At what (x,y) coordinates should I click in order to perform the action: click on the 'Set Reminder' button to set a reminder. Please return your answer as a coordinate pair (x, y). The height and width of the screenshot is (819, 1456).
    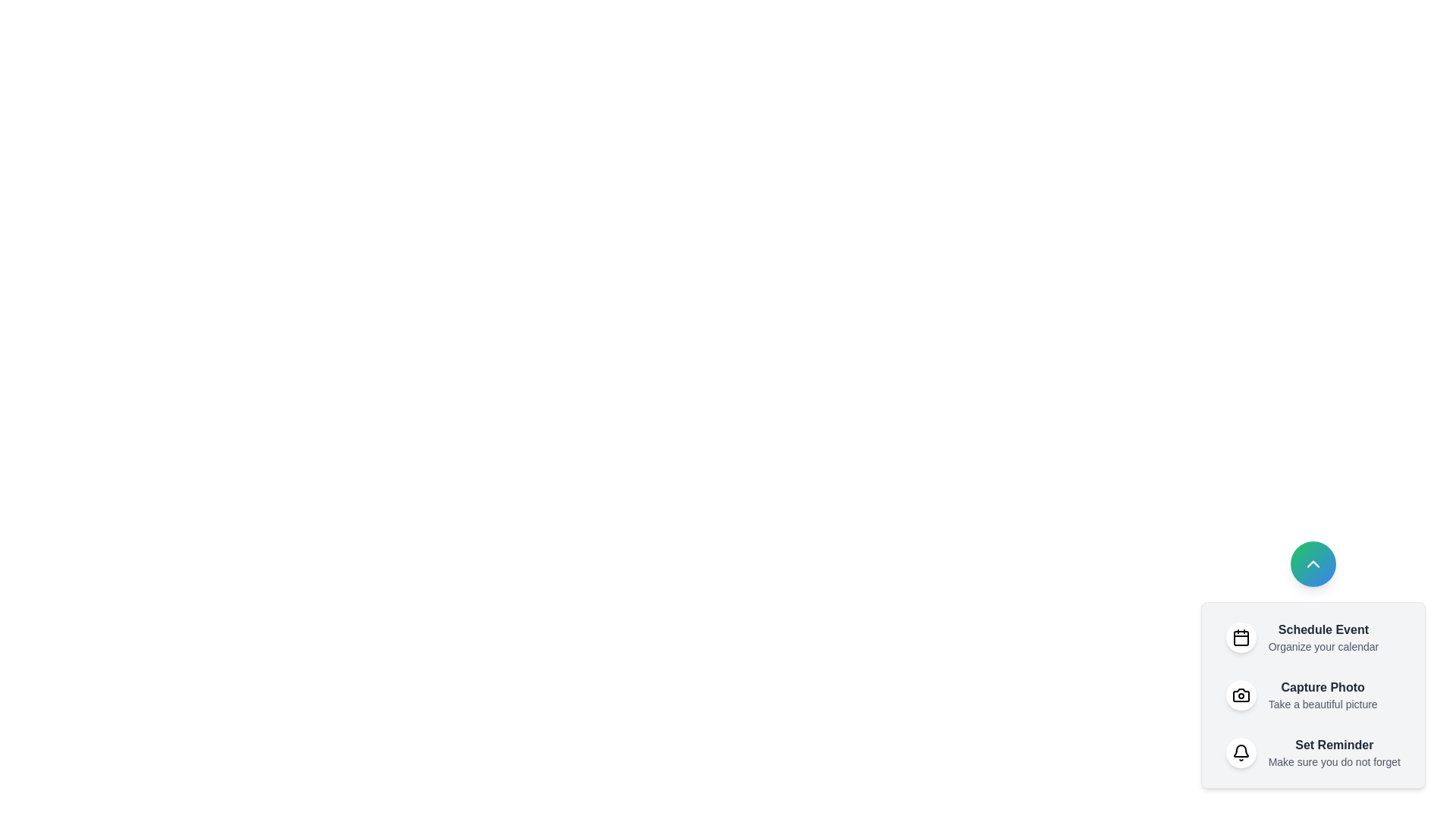
    Looking at the image, I should click on (1312, 752).